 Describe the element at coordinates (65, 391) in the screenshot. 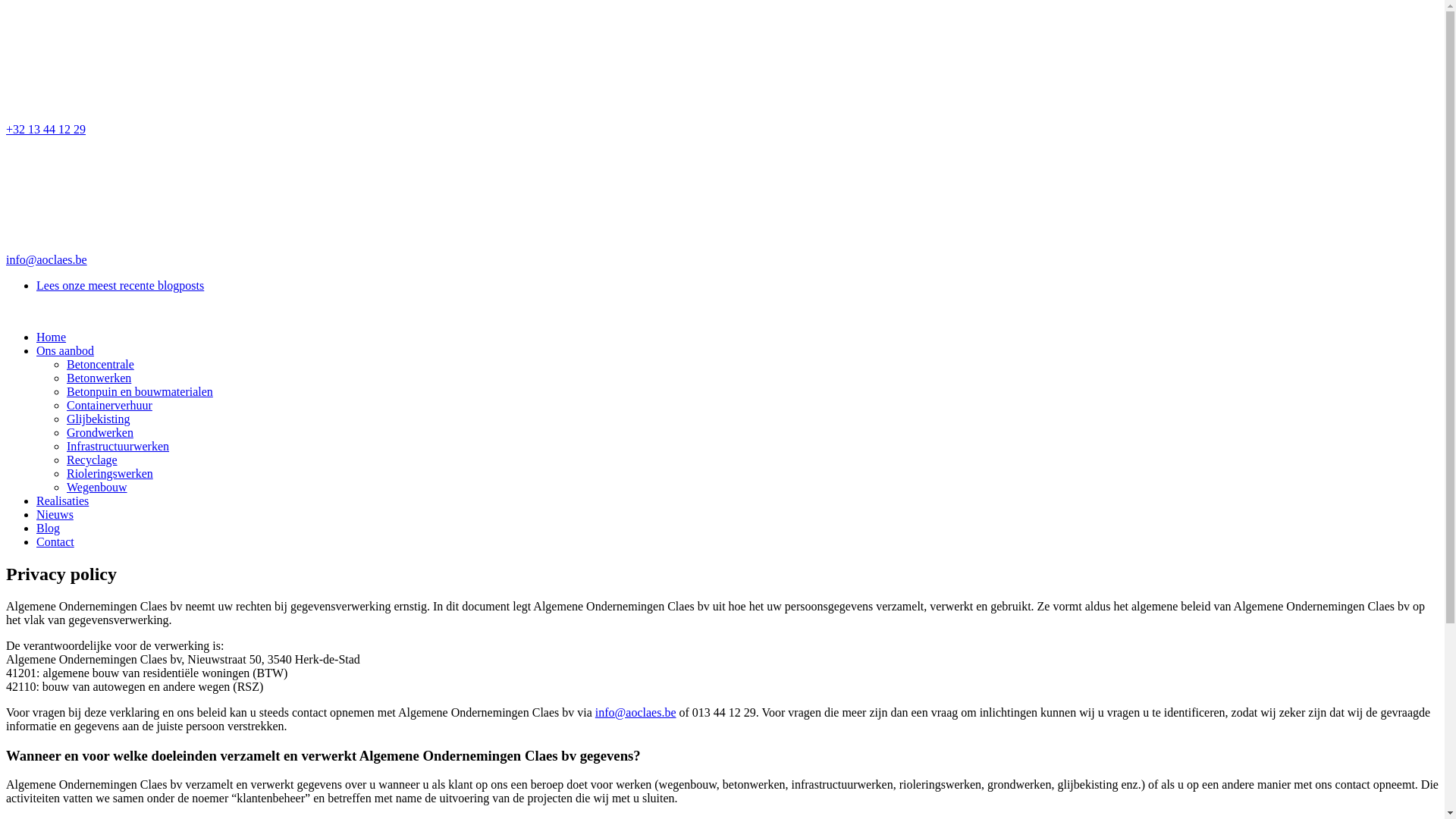

I see `'Betonpuin en bouwmaterialen'` at that location.